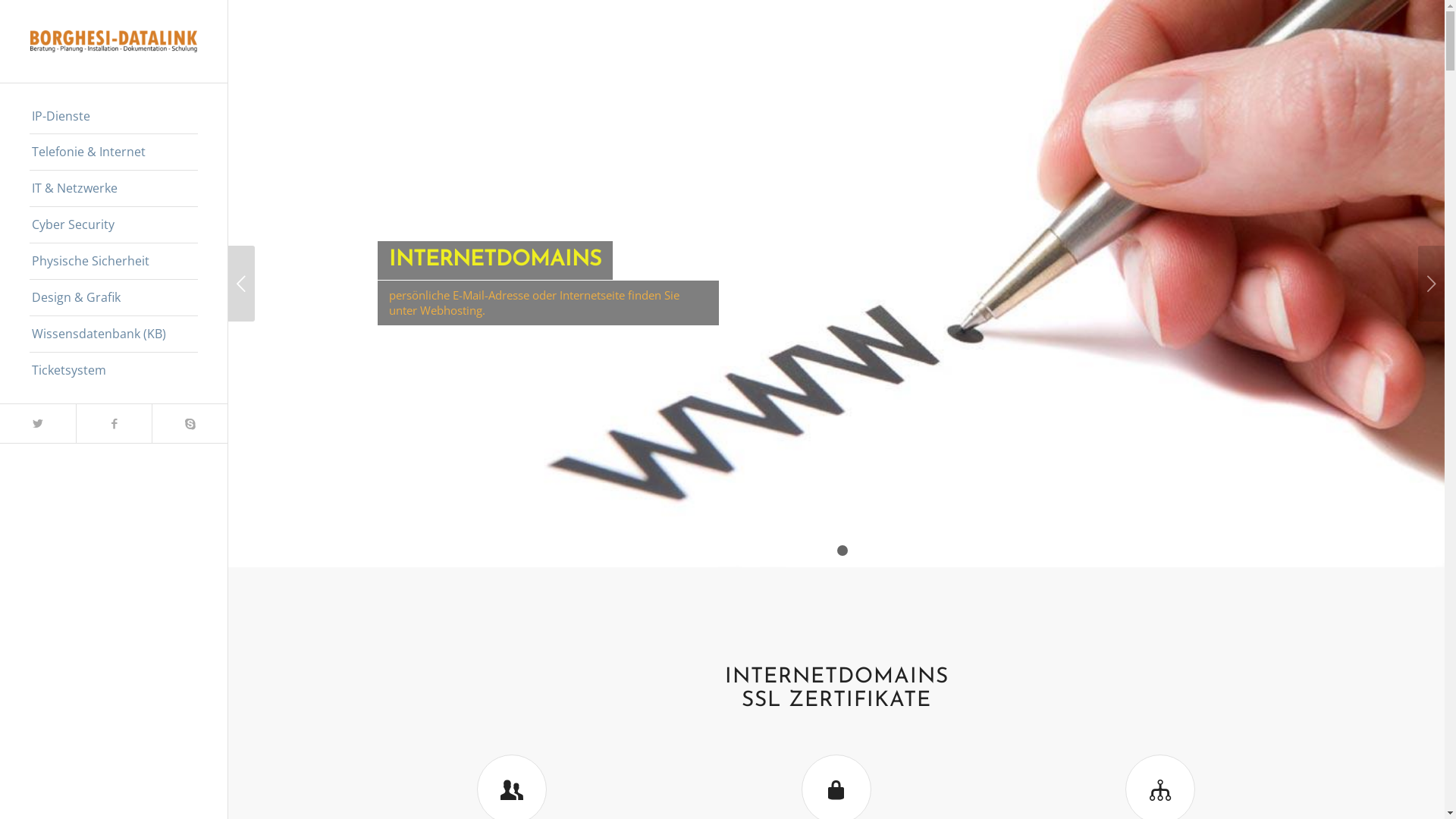 This screenshot has height=819, width=1456. I want to click on 'Telefonie & Internet', so click(29, 152).